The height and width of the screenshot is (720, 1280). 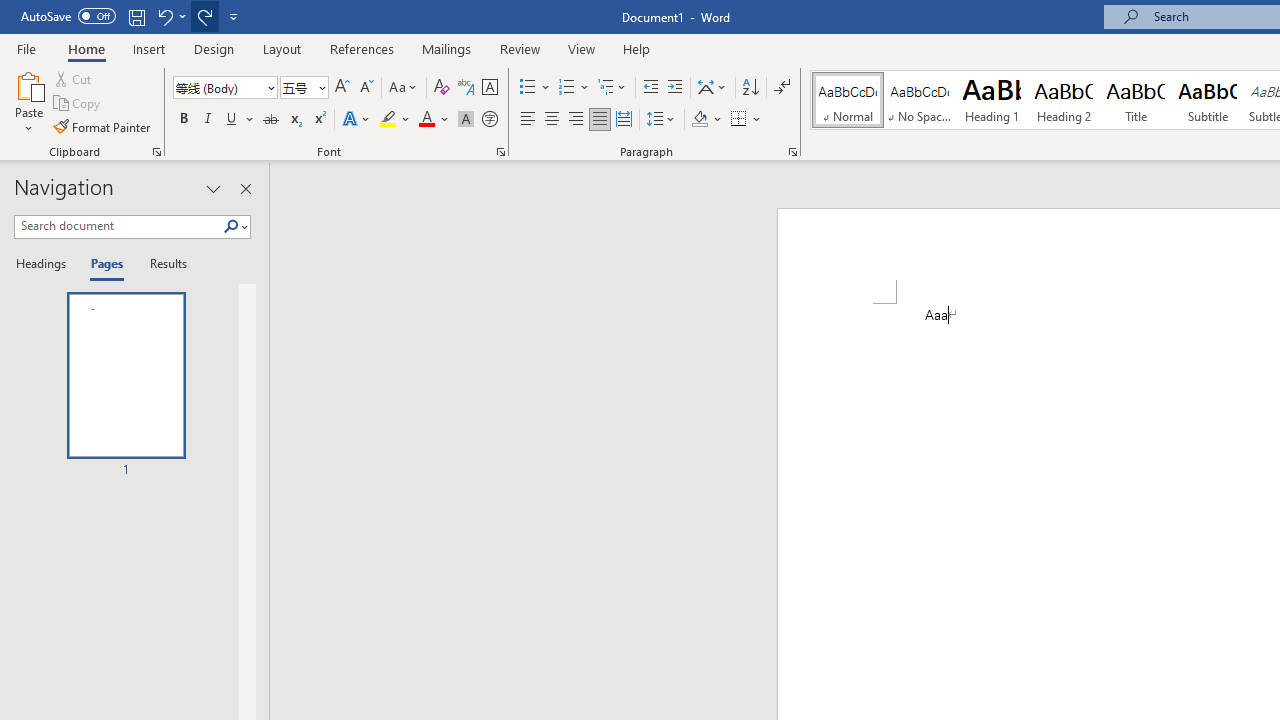 What do you see at coordinates (1207, 100) in the screenshot?
I see `'Subtitle'` at bounding box center [1207, 100].